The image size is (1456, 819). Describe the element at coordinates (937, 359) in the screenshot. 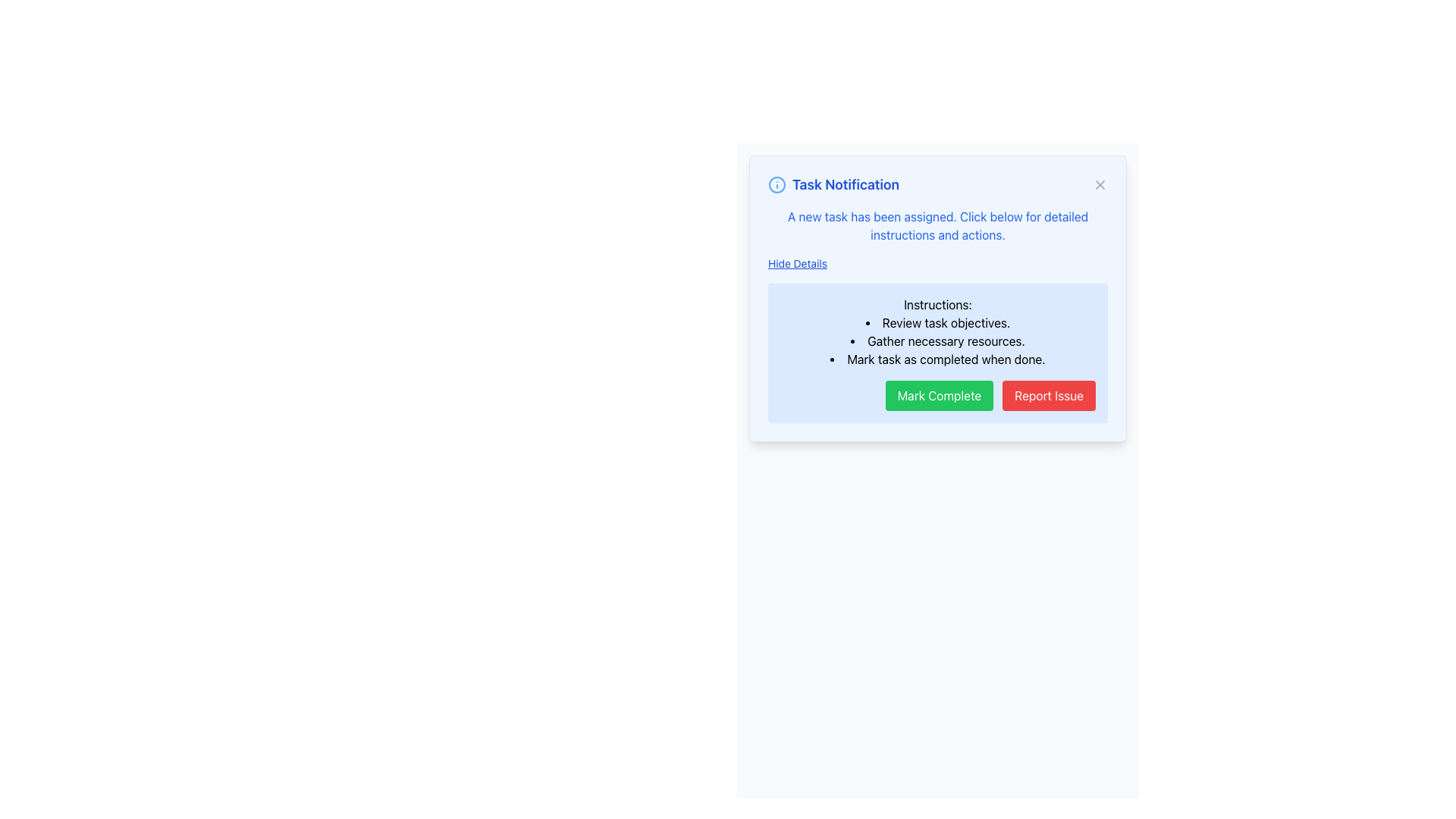

I see `the text label that reads 'Mark task as completed when done.' which is the third item in a bullet list styled with a sans-serif font on a light blue background` at that location.